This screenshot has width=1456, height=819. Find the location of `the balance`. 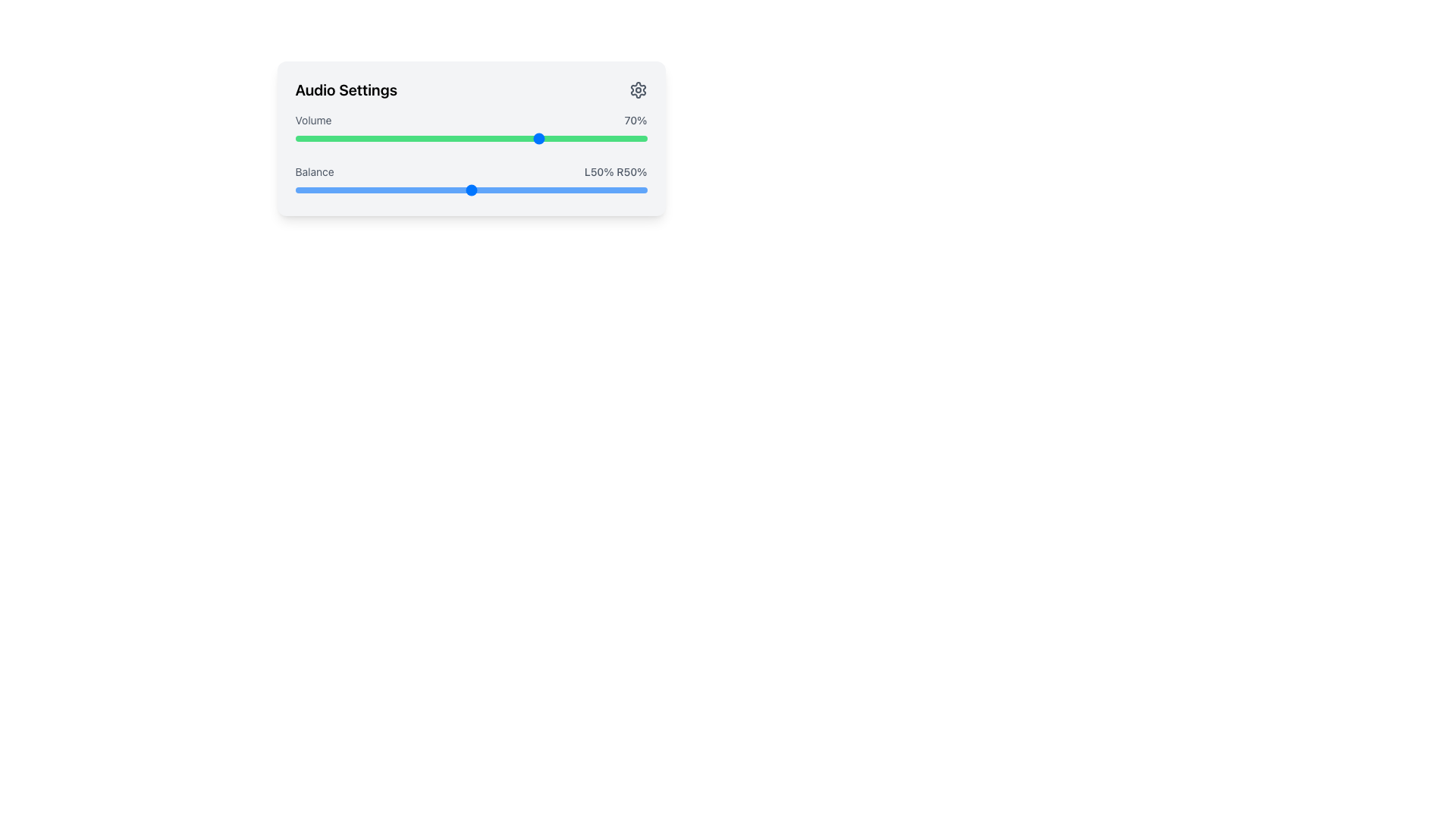

the balance is located at coordinates (344, 189).